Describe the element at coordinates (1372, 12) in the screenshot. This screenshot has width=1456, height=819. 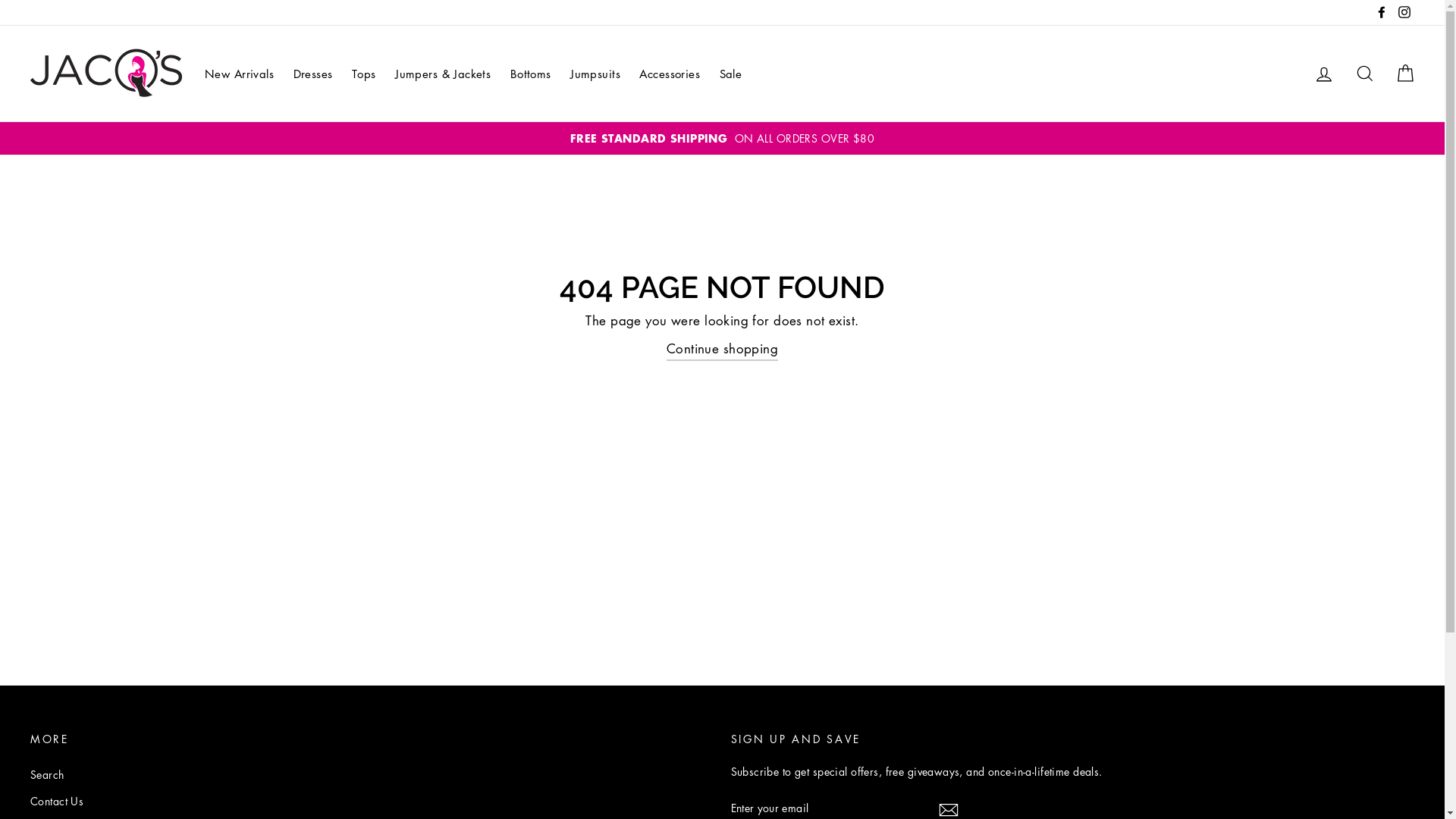
I see `'Facebook'` at that location.